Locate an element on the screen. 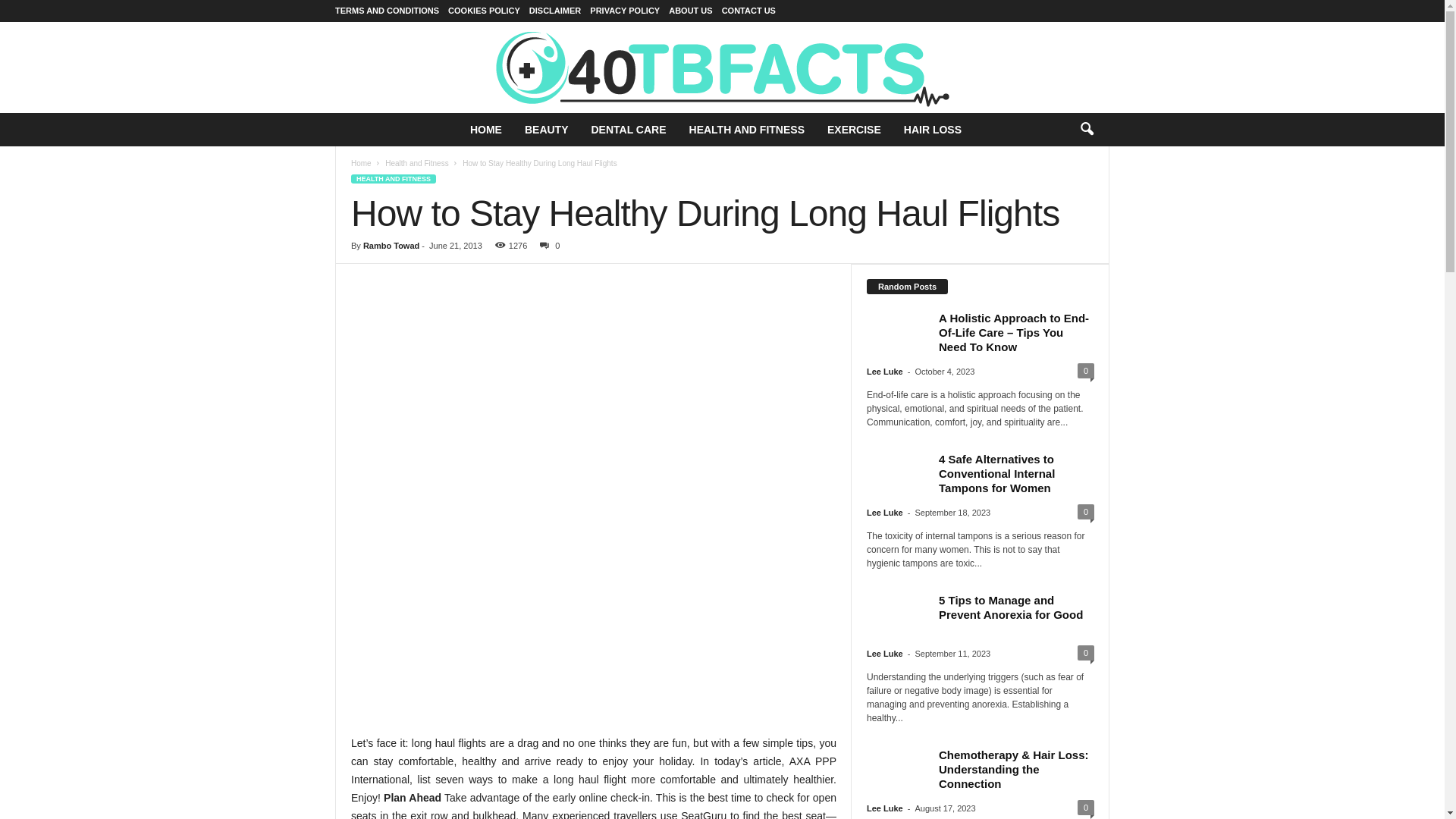  'Home' is located at coordinates (360, 163).